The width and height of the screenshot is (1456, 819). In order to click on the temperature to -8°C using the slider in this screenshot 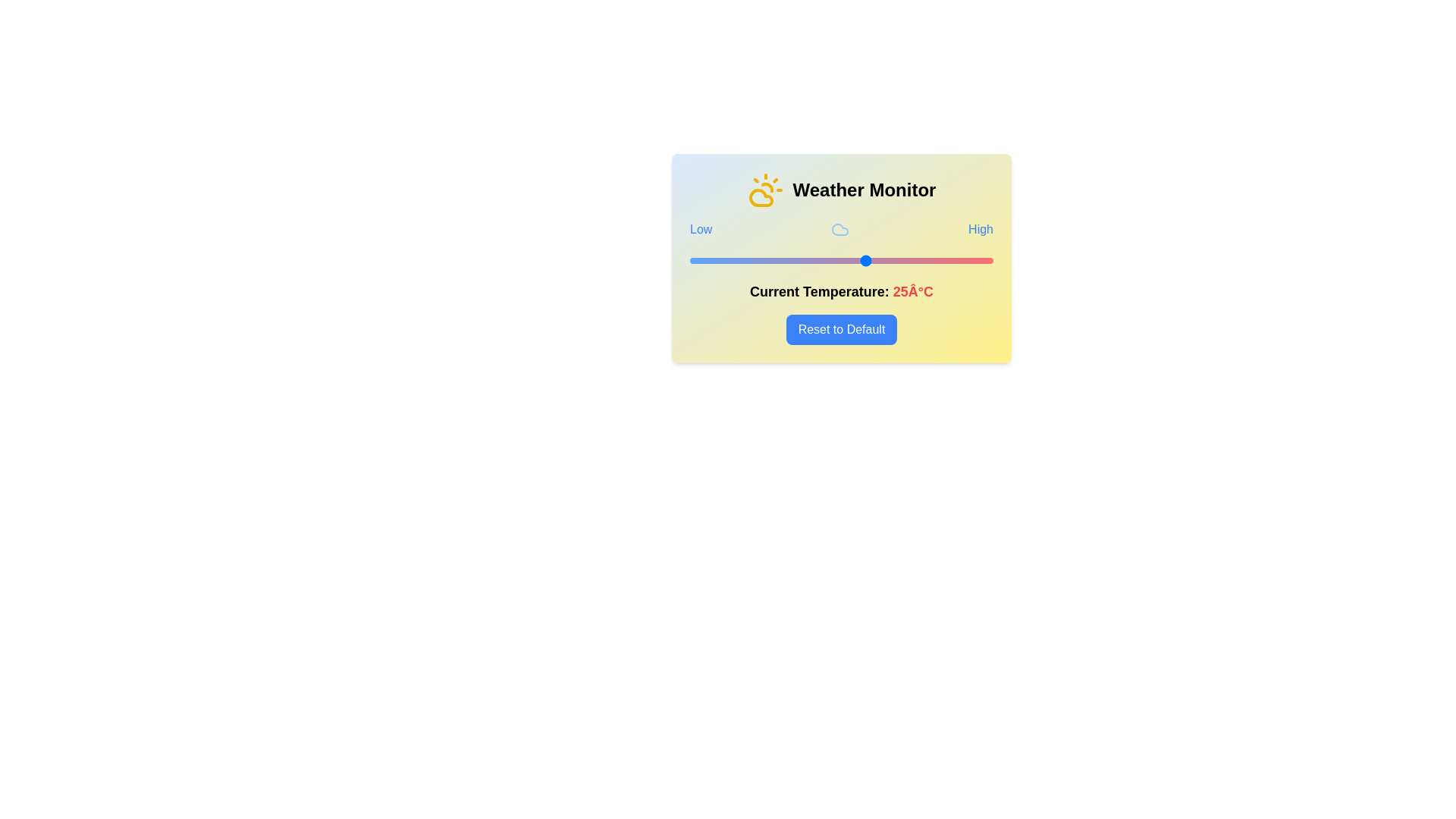, I will do `click(699, 259)`.